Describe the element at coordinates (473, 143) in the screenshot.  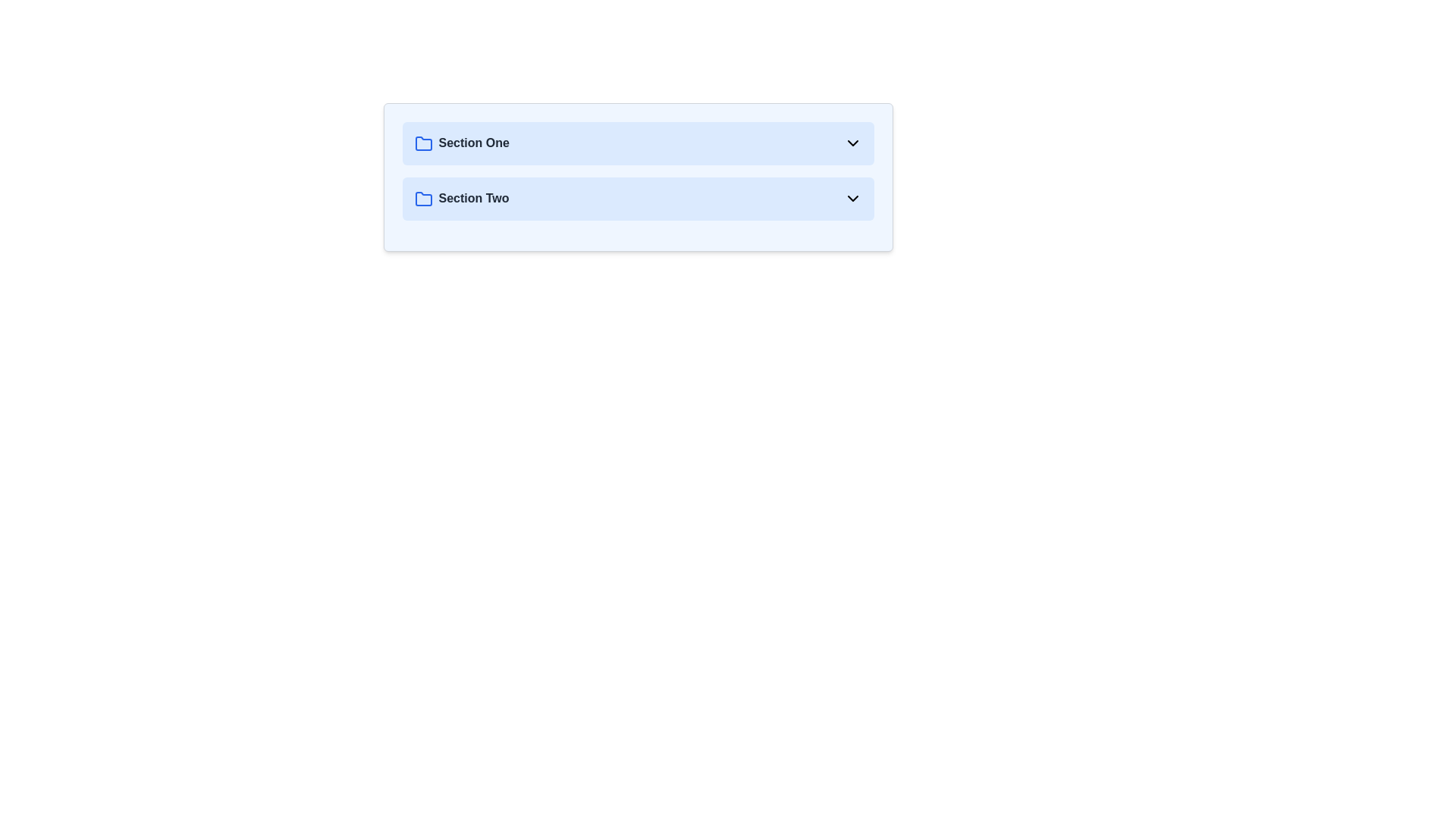
I see `text label displaying 'Section One' which is in bold gray font and located at the top of the section headers, to the right of a blue folder icon` at that location.